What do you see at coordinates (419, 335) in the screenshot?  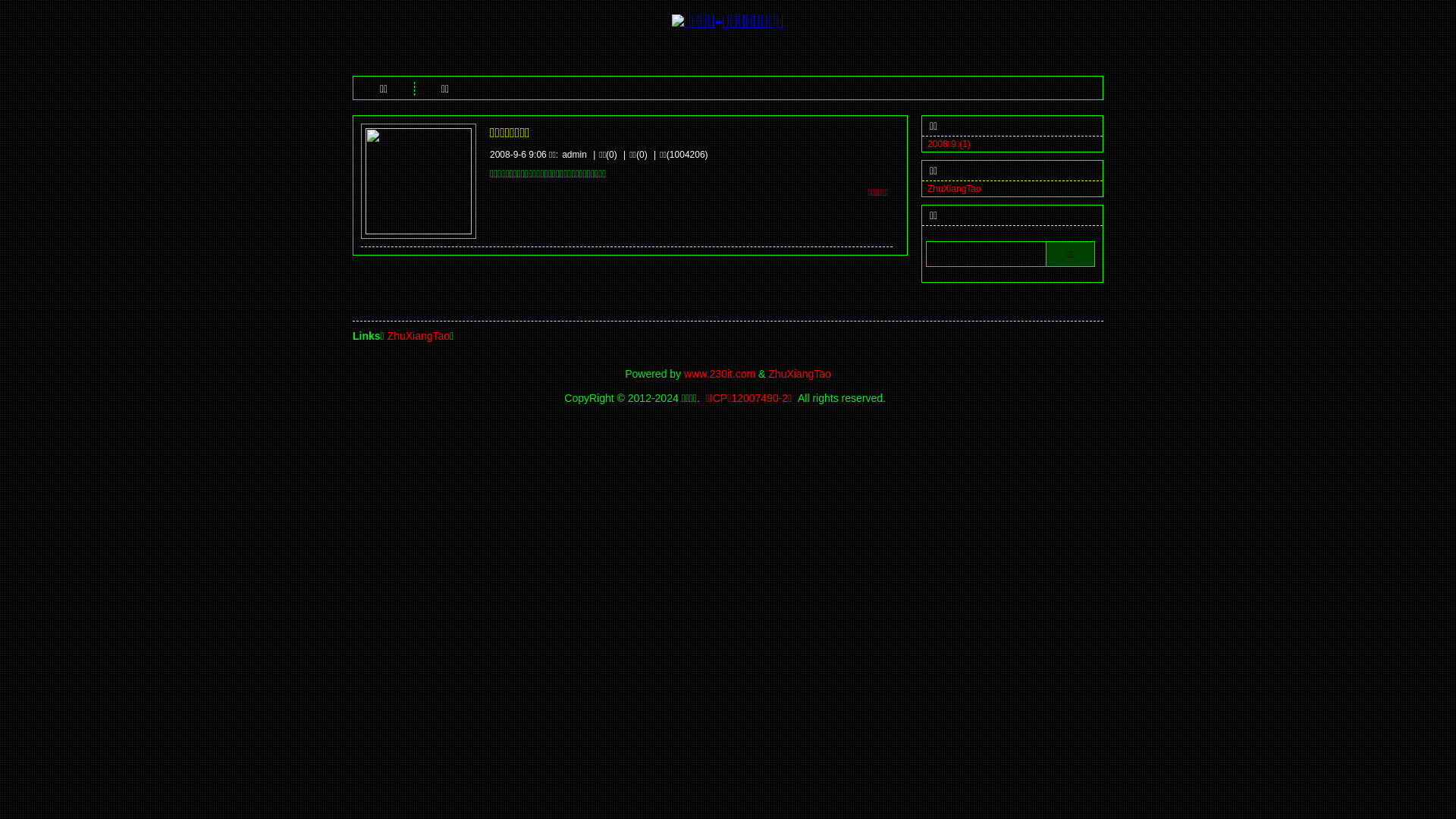 I see `'ZhuXiangTao'` at bounding box center [419, 335].